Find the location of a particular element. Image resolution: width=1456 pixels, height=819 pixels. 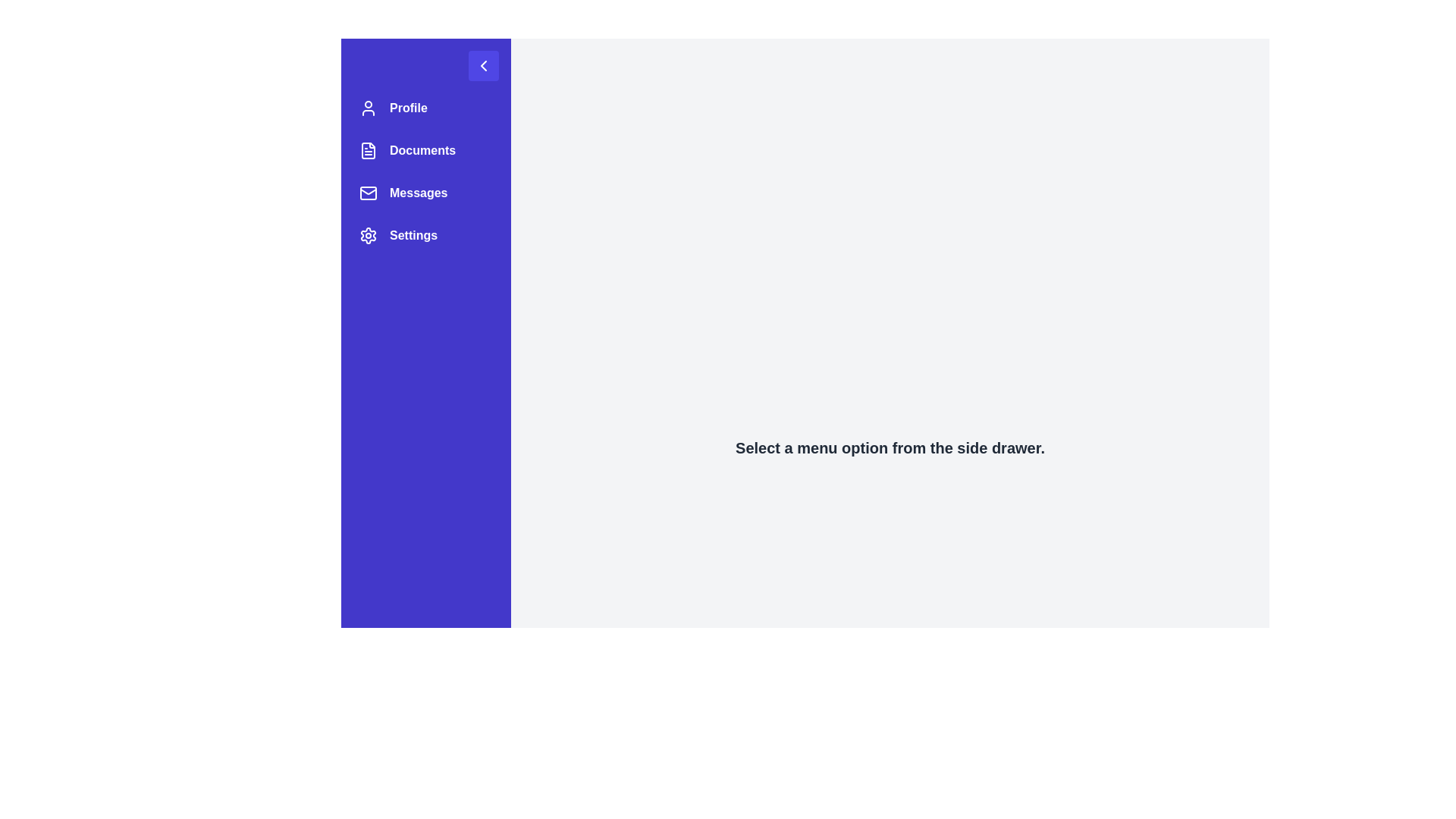

the 'Profile' icon located at the top of the left-side menu, next to the 'Profile' text label is located at coordinates (368, 107).